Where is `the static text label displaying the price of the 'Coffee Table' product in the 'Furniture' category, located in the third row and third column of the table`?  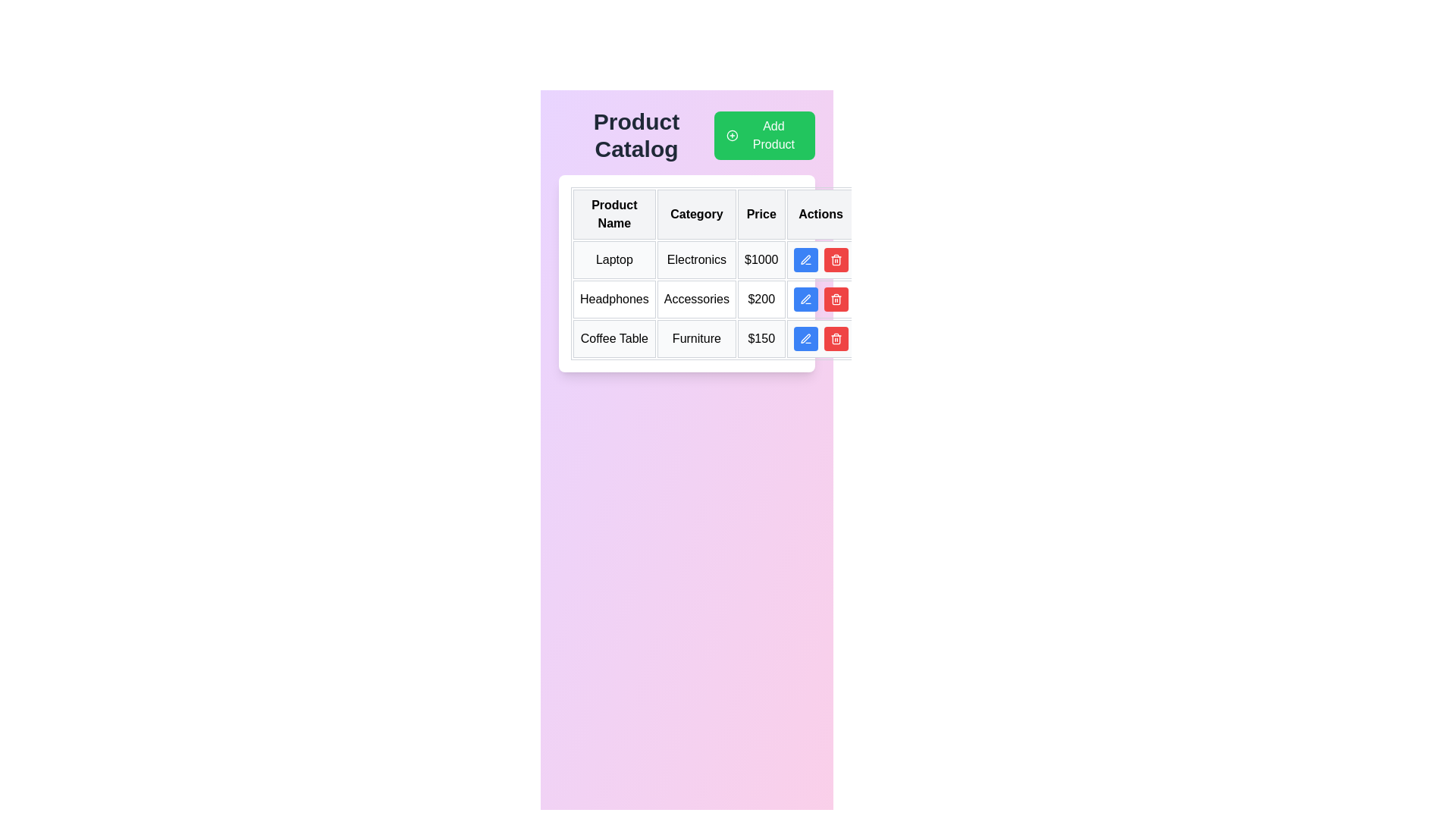
the static text label displaying the price of the 'Coffee Table' product in the 'Furniture' category, located in the third row and third column of the table is located at coordinates (761, 338).